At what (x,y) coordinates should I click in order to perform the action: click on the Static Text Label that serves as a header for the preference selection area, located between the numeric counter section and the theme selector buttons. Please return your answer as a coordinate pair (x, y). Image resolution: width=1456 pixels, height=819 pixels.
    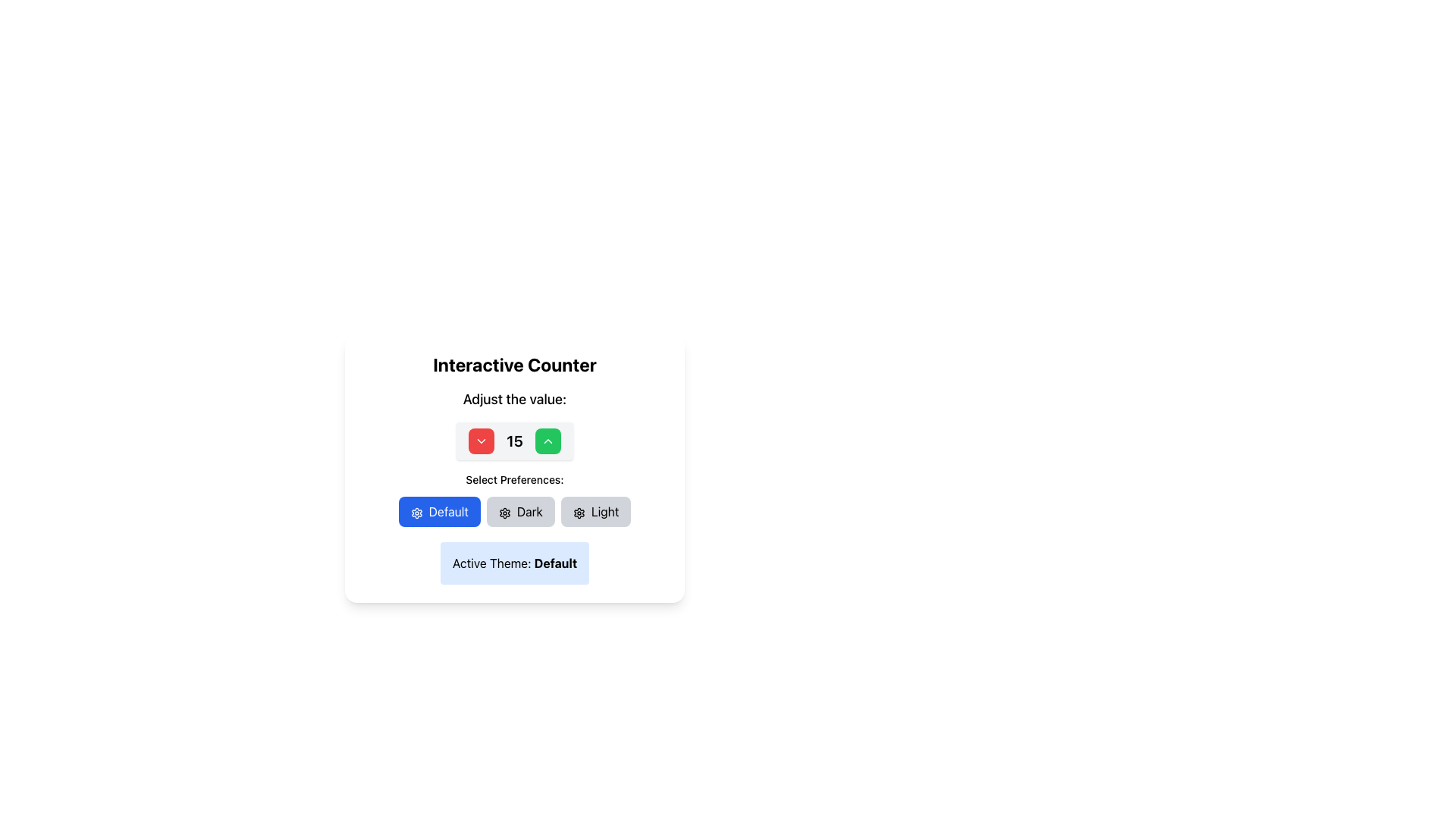
    Looking at the image, I should click on (514, 479).